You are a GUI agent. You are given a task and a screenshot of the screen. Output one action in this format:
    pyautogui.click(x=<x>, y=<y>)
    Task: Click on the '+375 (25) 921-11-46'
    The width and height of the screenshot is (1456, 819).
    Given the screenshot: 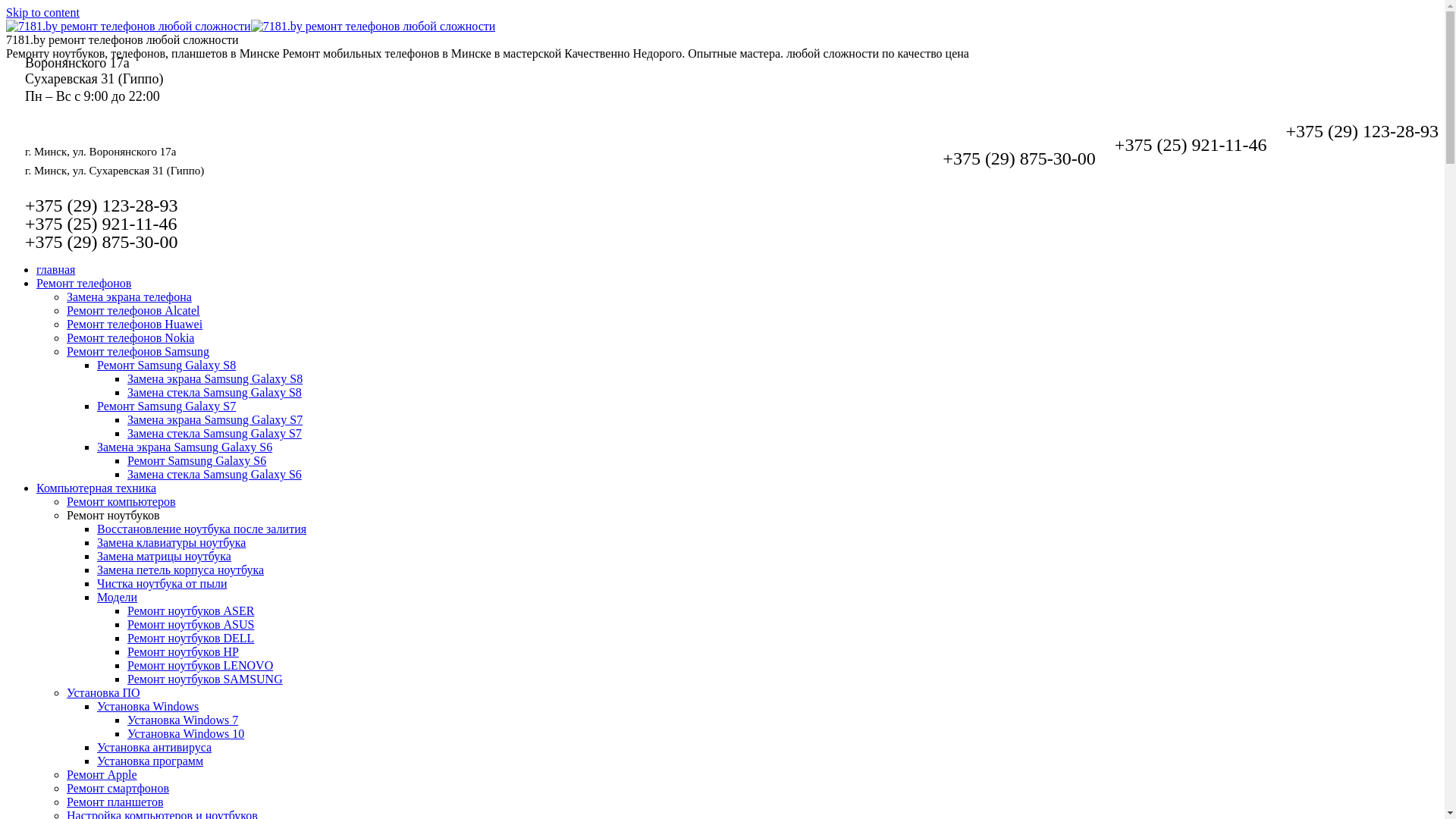 What is the action you would take?
    pyautogui.click(x=100, y=223)
    